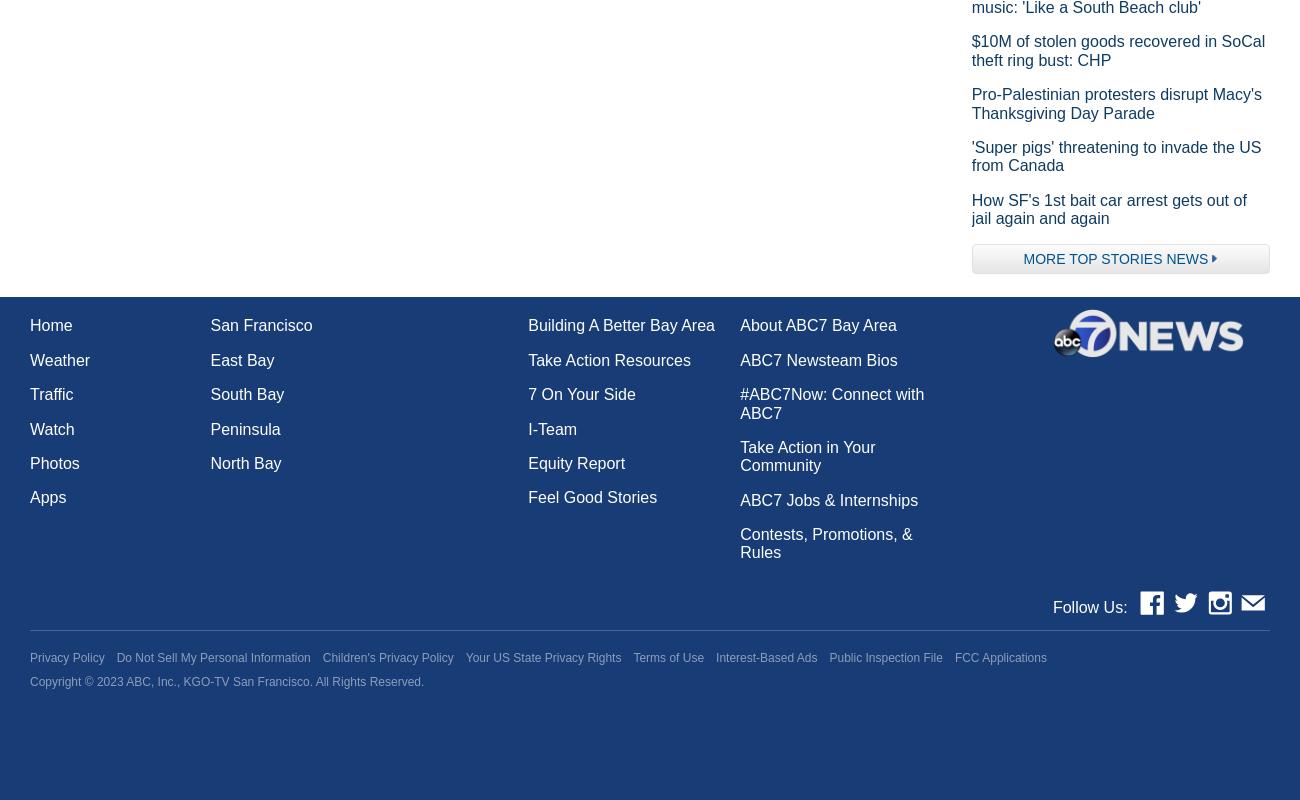 This screenshot has width=1300, height=800. I want to click on 'Children's Privacy Policy', so click(322, 657).